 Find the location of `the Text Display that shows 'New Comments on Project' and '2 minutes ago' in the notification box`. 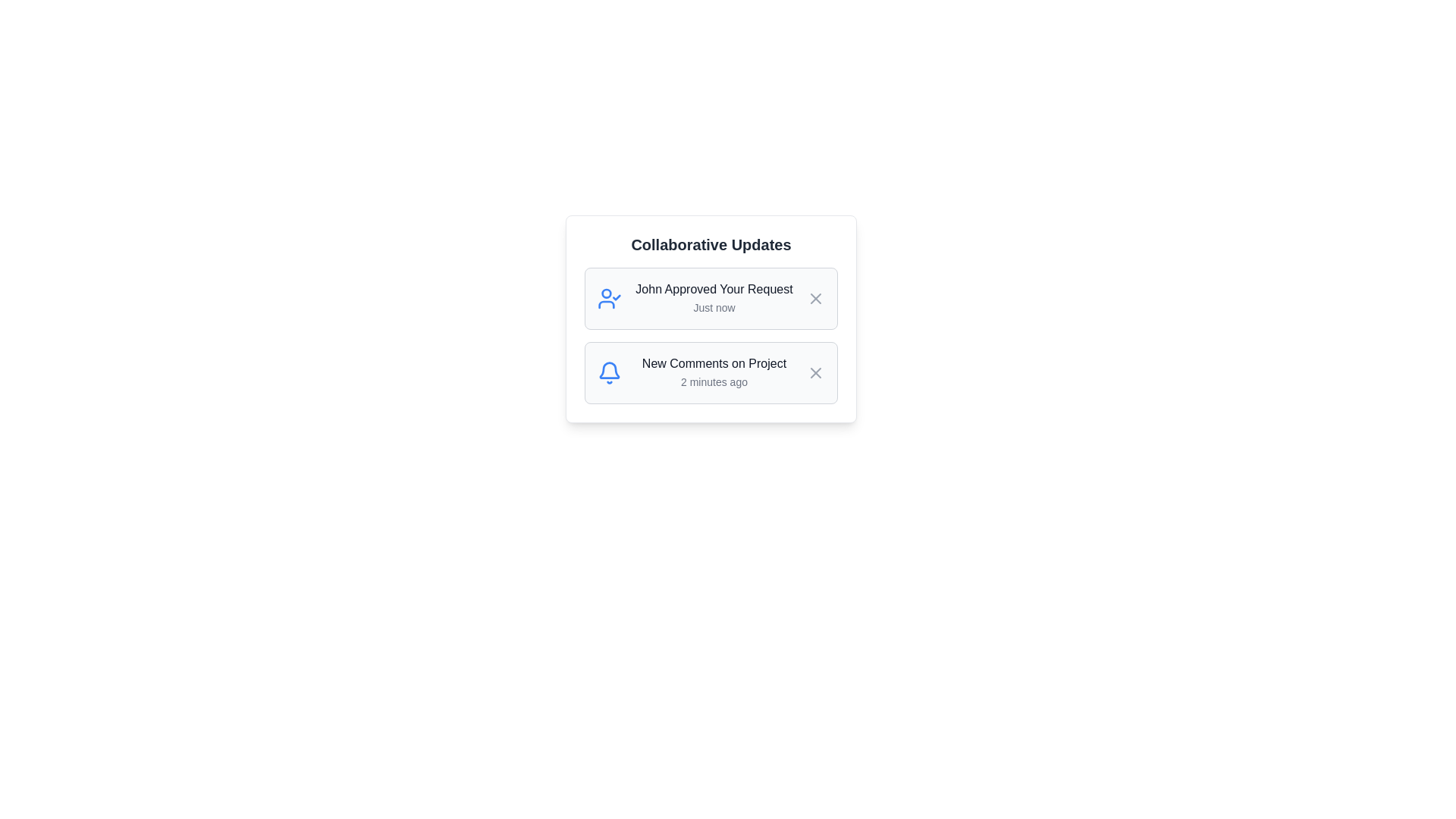

the Text Display that shows 'New Comments on Project' and '2 minutes ago' in the notification box is located at coordinates (713, 373).